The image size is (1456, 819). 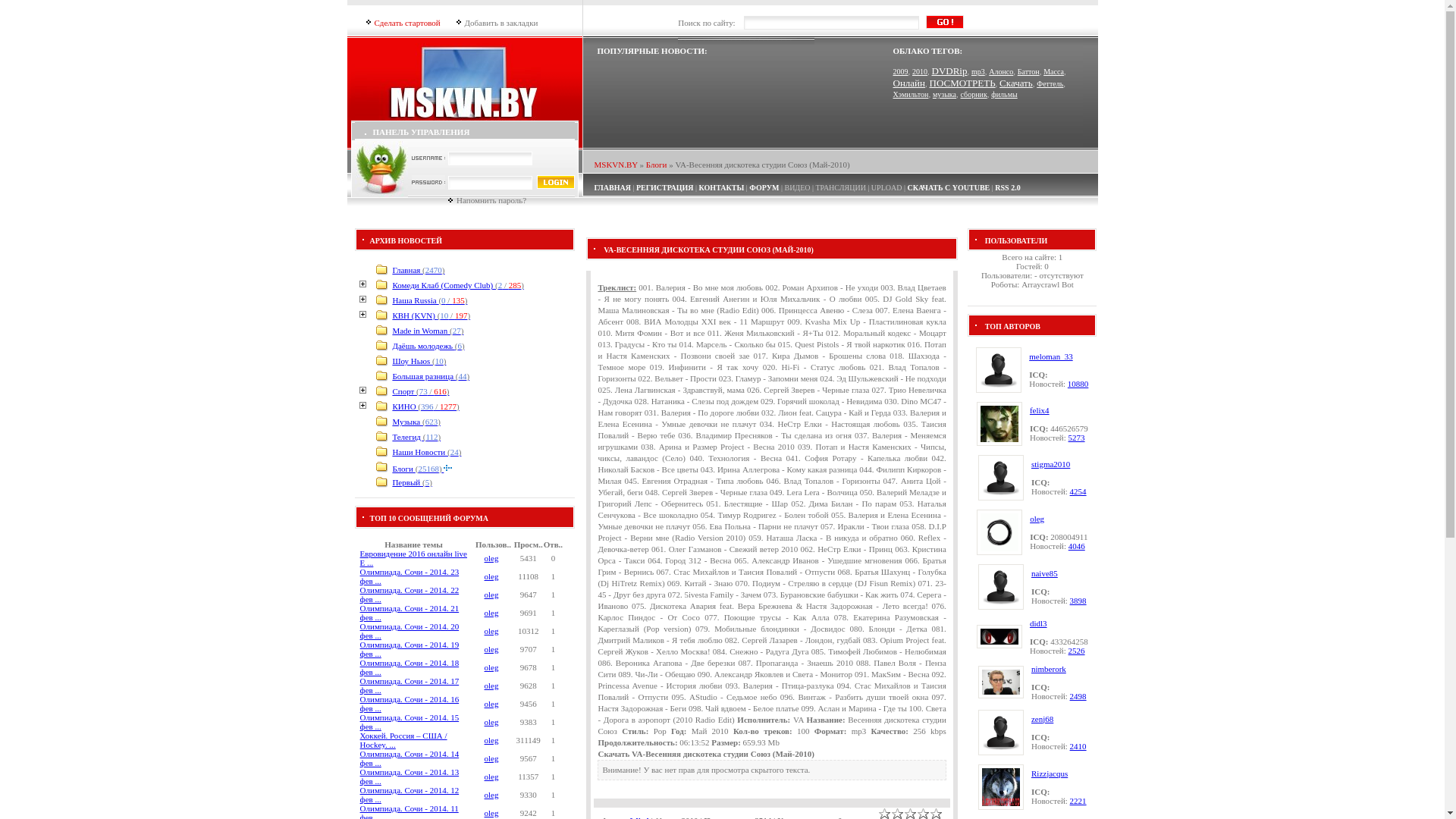 What do you see at coordinates (948, 71) in the screenshot?
I see `'DVDRip'` at bounding box center [948, 71].